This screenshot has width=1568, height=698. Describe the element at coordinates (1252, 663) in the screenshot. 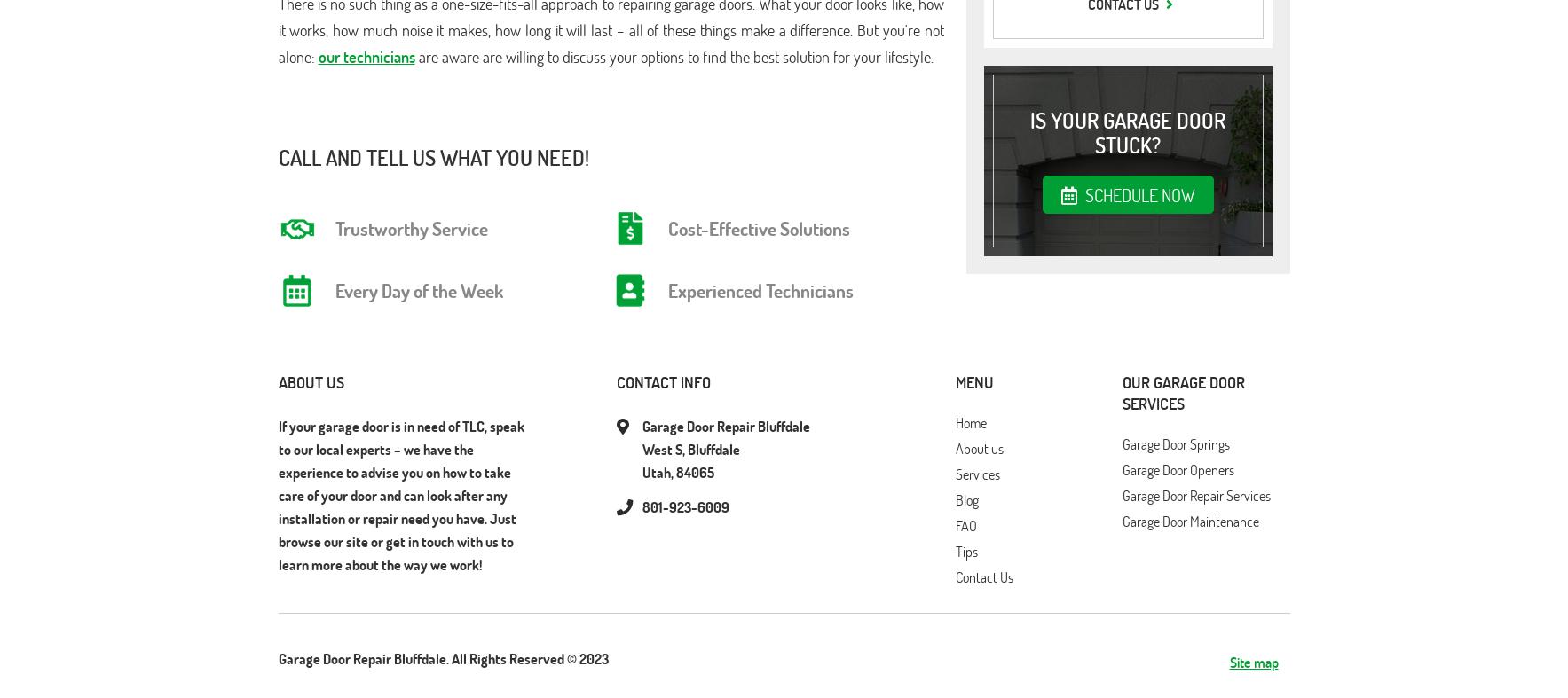

I see `'Site map'` at that location.